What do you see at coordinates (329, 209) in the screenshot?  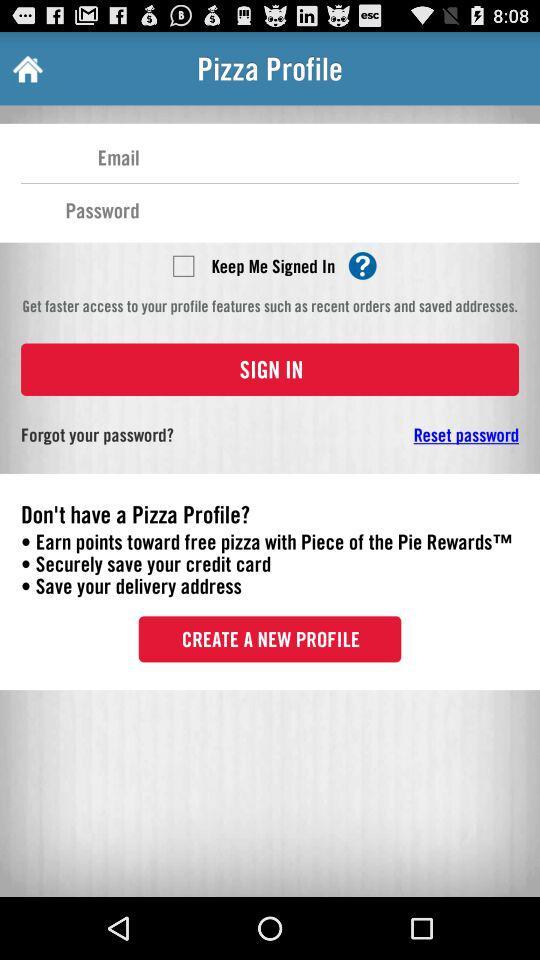 I see `password` at bounding box center [329, 209].